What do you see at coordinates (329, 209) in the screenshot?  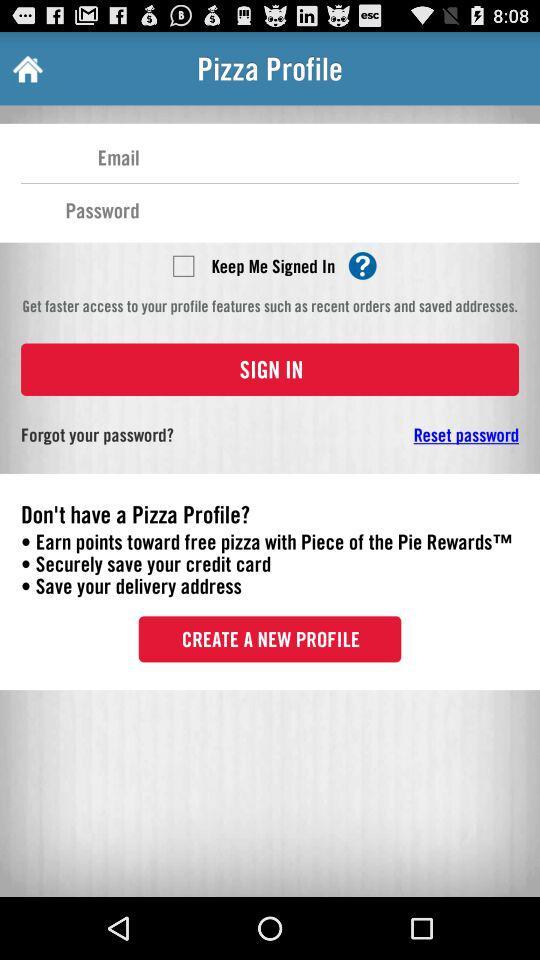 I see `password` at bounding box center [329, 209].